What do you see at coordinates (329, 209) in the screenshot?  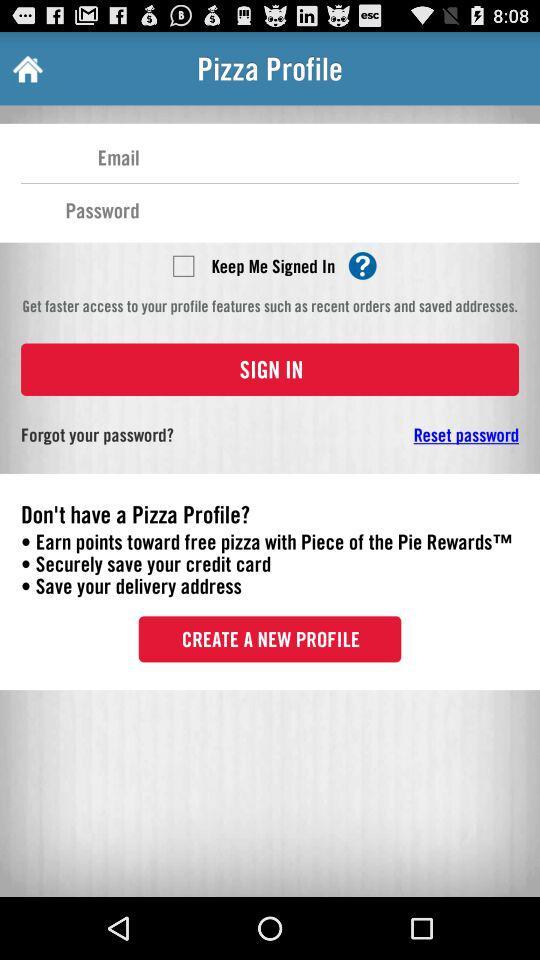 I see `password` at bounding box center [329, 209].